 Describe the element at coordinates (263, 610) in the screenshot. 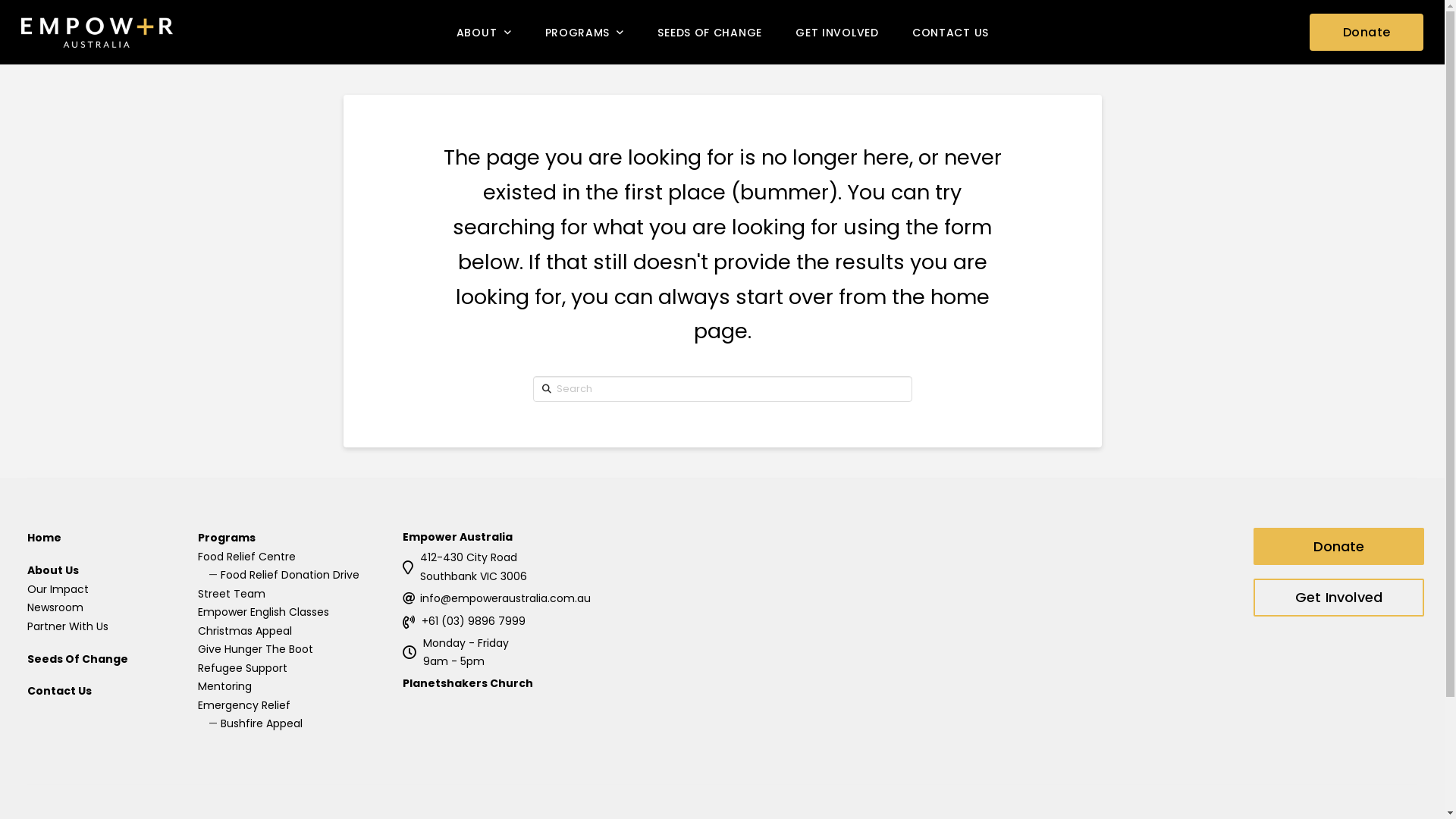

I see `'Empower English Classes'` at that location.